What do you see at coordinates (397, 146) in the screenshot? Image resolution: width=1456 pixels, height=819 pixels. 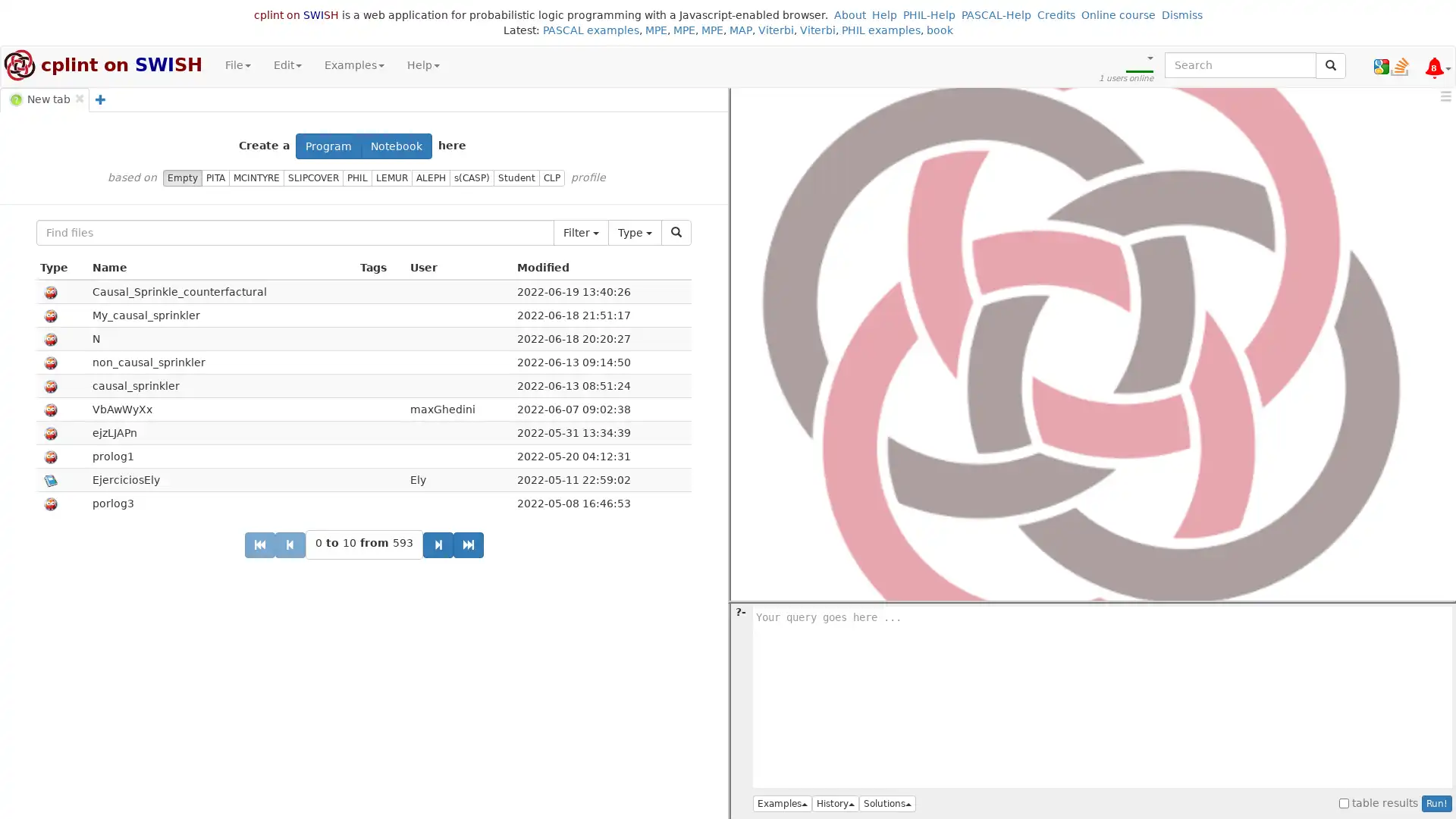 I see `Notebook` at bounding box center [397, 146].